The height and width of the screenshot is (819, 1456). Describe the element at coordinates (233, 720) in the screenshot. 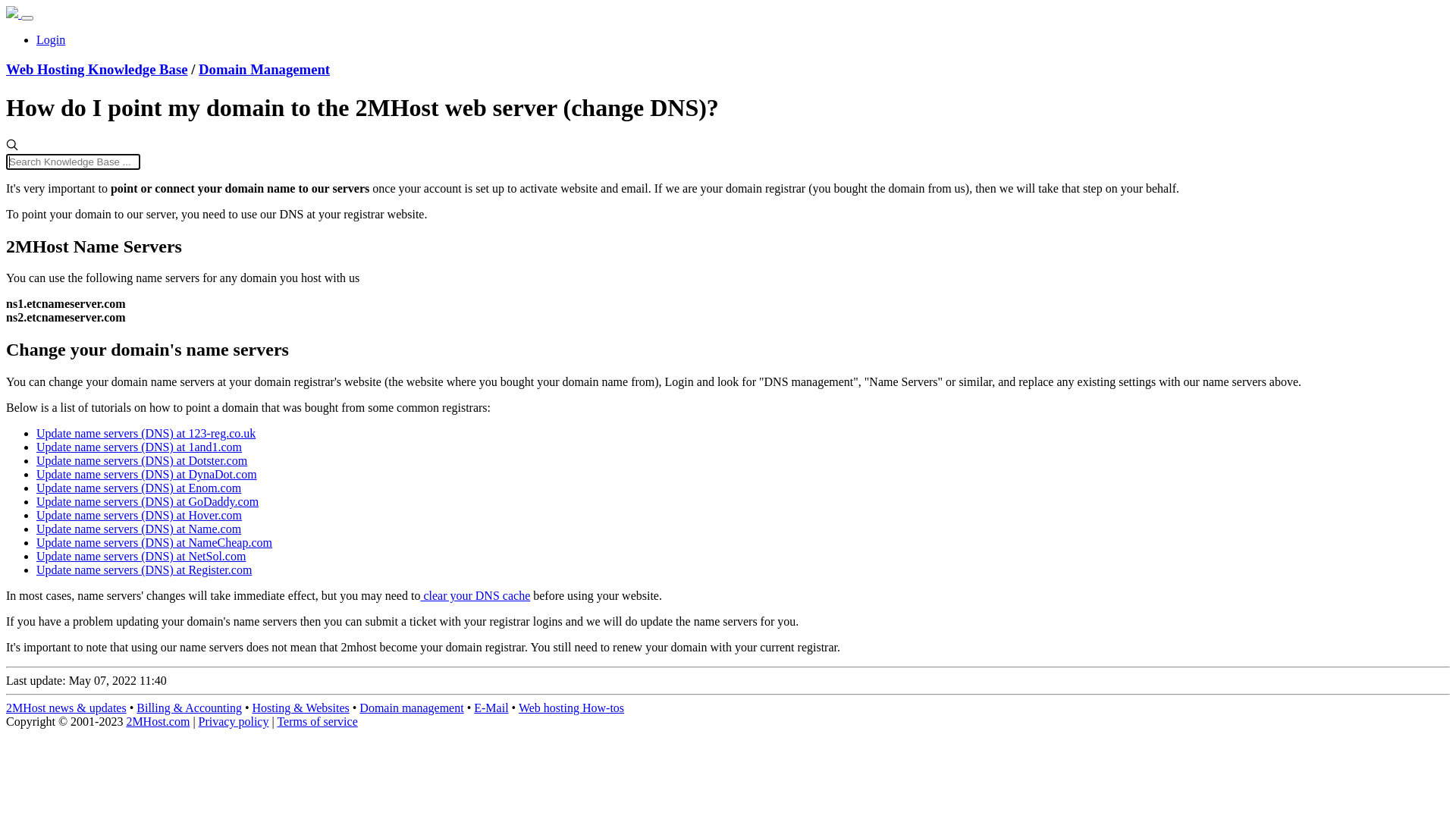

I see `'Privacy policy'` at that location.